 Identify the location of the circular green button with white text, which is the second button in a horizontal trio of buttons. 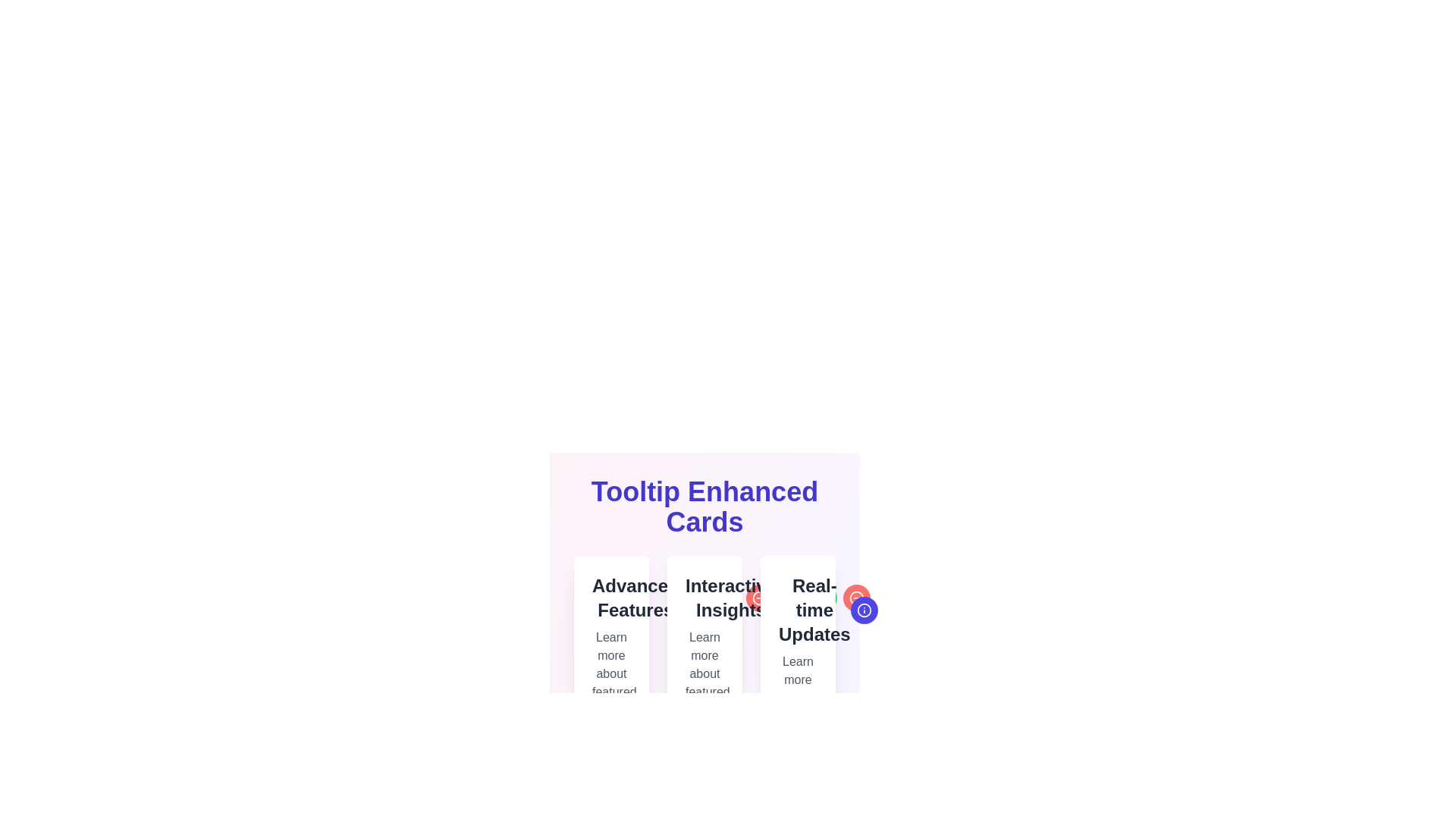
(725, 598).